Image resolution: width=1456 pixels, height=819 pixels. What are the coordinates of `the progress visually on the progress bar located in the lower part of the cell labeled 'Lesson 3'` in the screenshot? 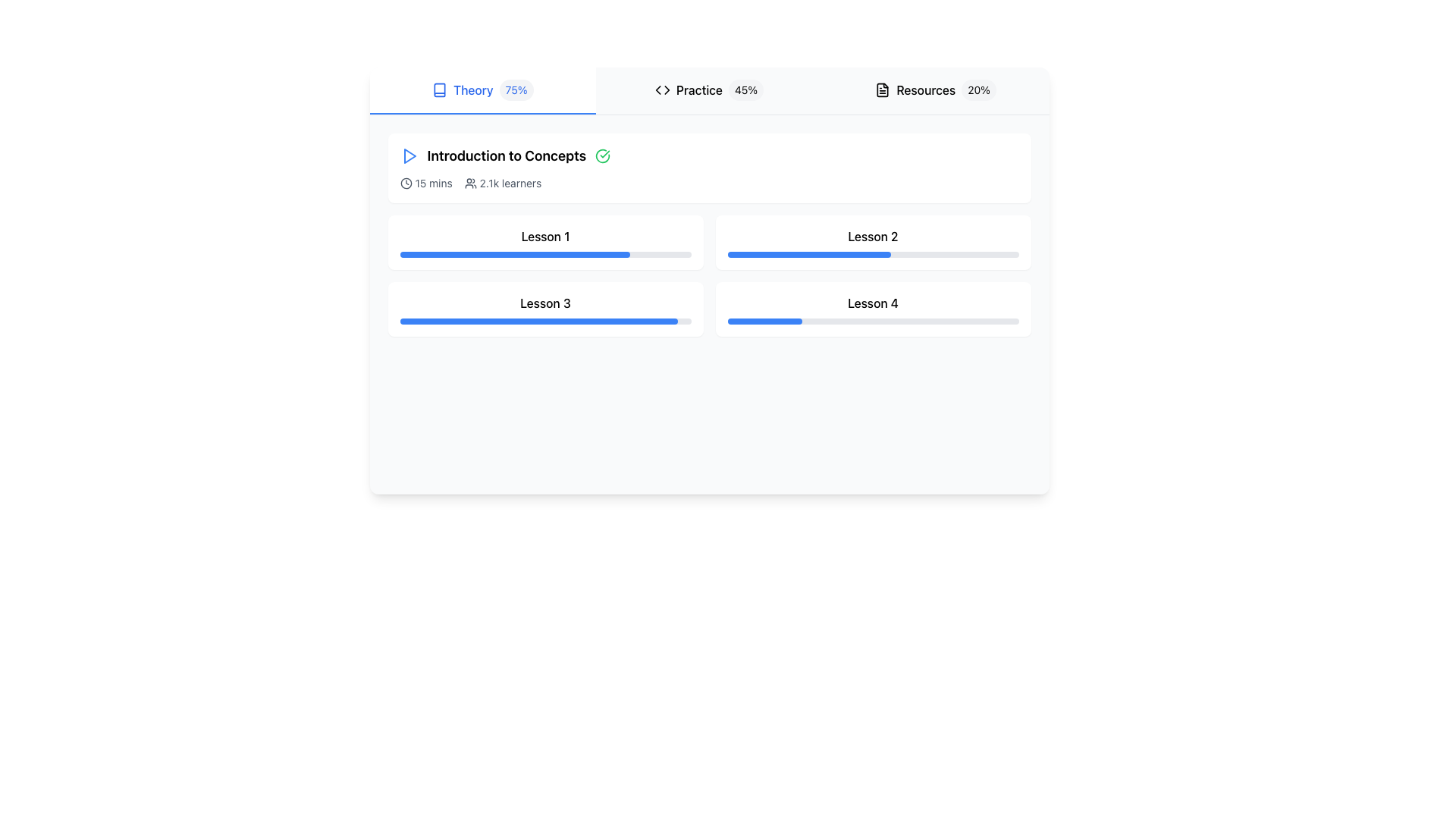 It's located at (538, 321).